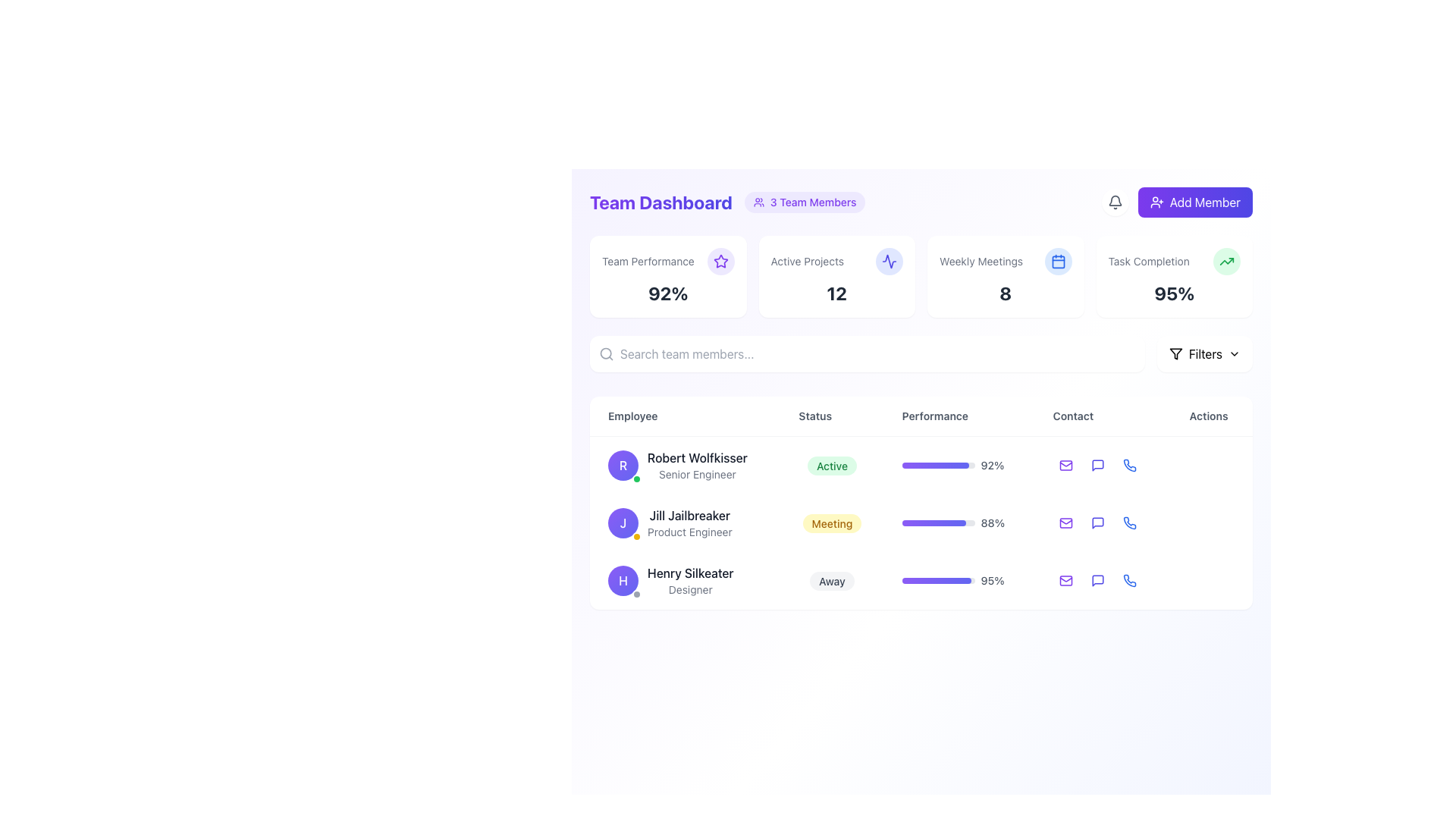 This screenshot has width=1456, height=819. Describe the element at coordinates (696, 473) in the screenshot. I see `the Text label indicating the professional designation of the employee 'Robert Wolfkisser', which is located in the 'Employee' column, directly below his name and above the 'Status' field` at that location.